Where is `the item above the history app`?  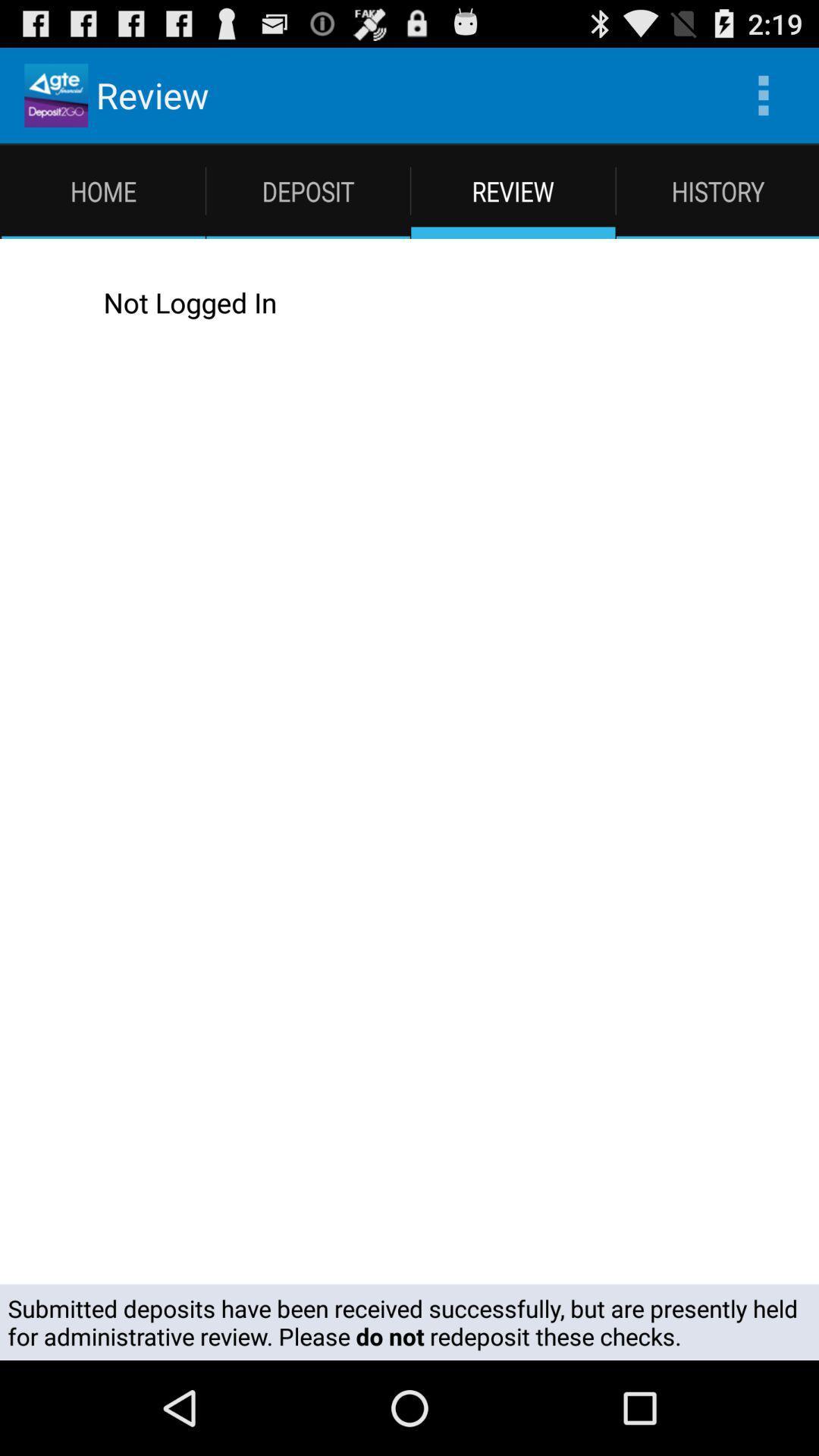
the item above the history app is located at coordinates (763, 94).